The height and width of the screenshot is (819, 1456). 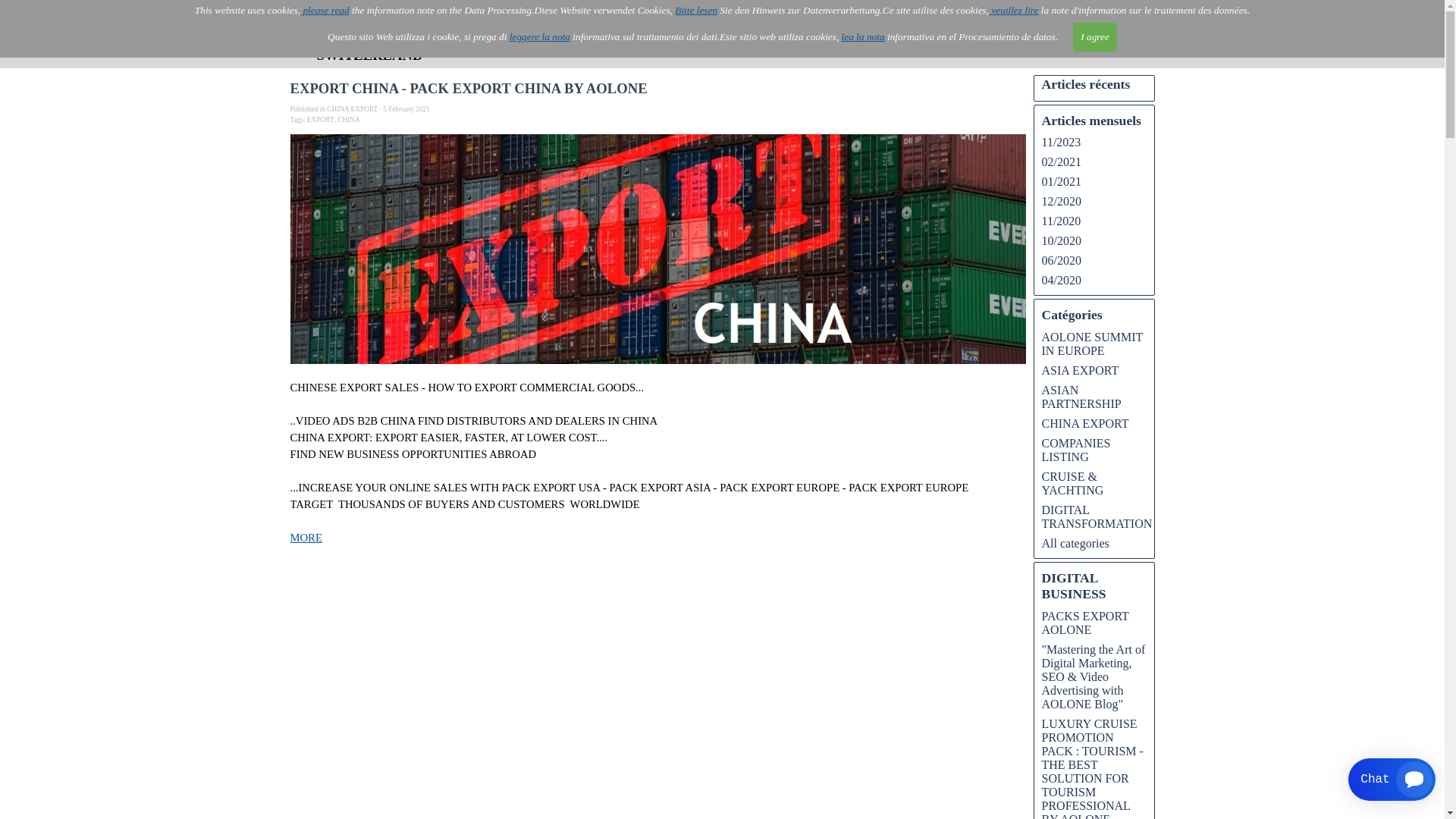 I want to click on 'EXPORT', so click(x=319, y=119).